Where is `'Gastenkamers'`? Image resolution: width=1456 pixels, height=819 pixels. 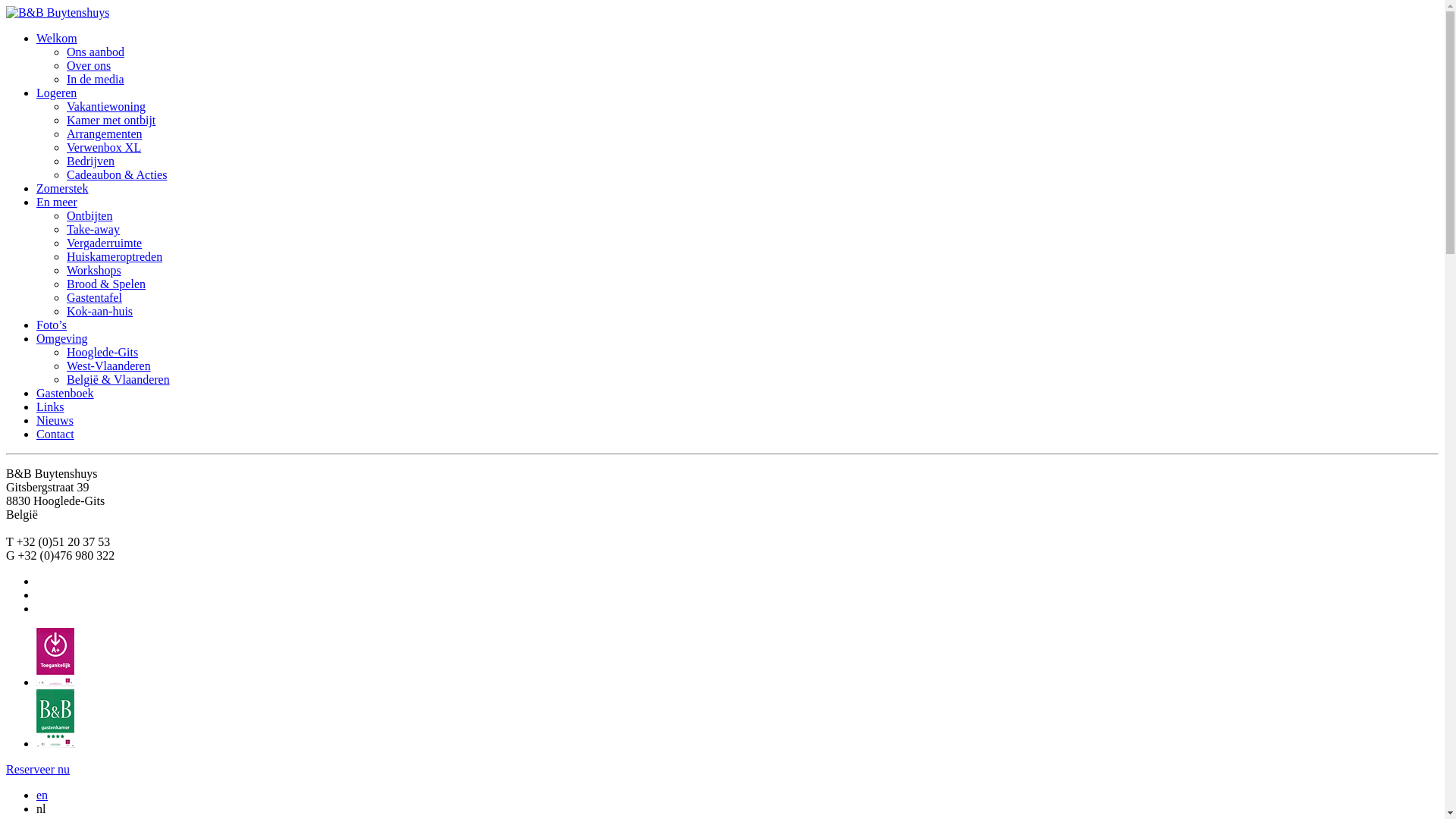
'Gastenkamers' is located at coordinates (36, 742).